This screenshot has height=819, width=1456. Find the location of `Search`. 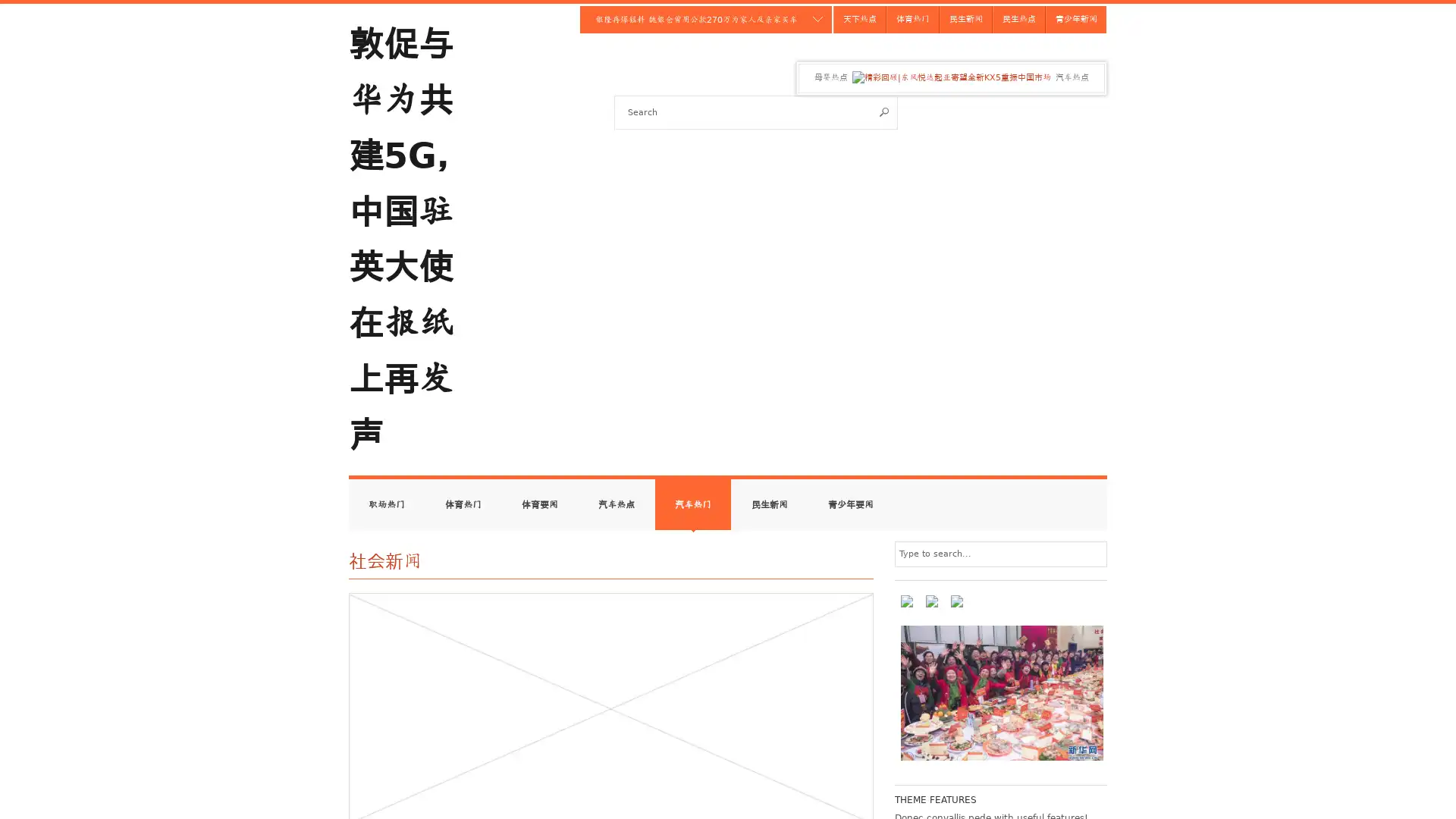

Search is located at coordinates (884, 111).